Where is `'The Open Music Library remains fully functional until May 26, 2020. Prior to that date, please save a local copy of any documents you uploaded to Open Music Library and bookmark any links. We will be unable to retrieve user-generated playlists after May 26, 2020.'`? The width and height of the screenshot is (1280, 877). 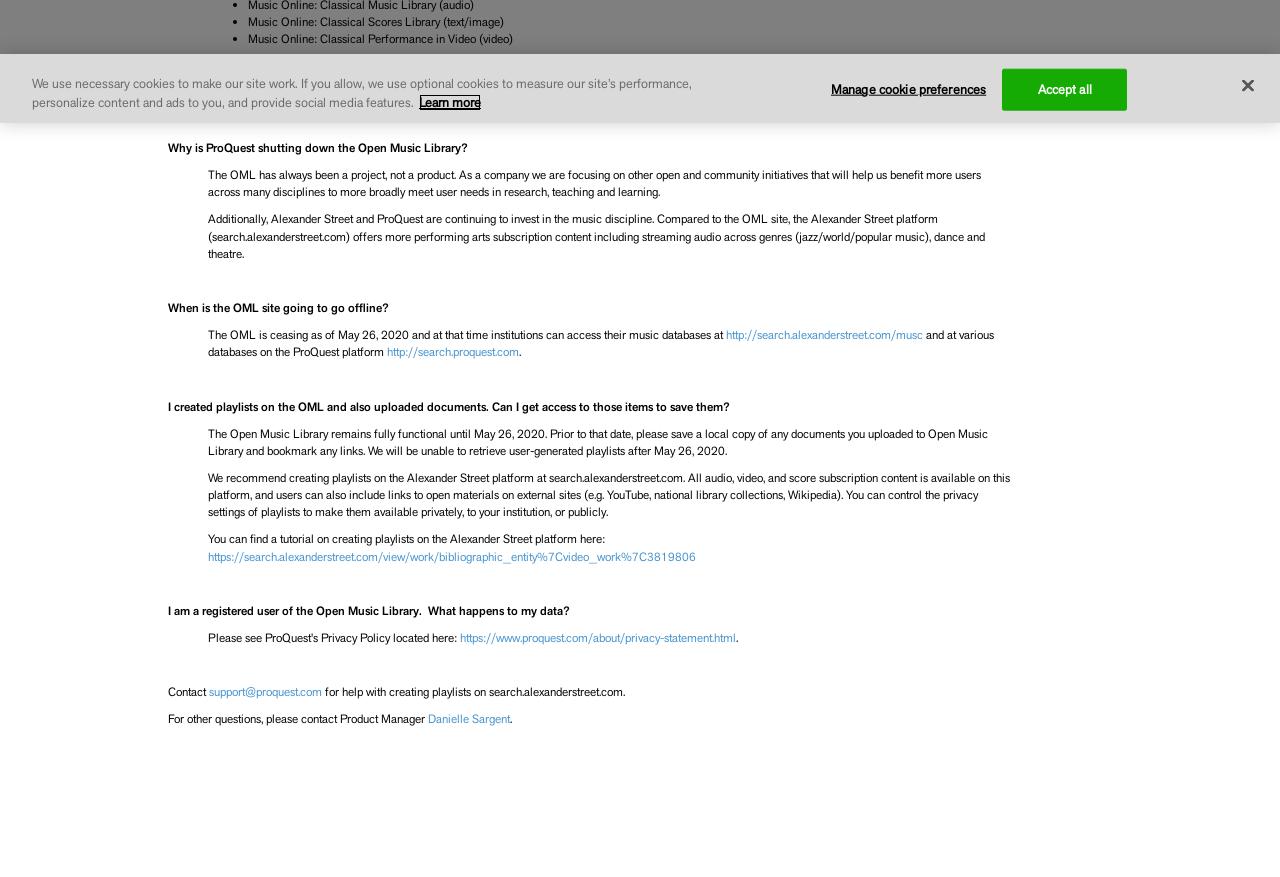 'The Open Music Library remains fully functional until May 26, 2020. Prior to that date, please save a local copy of any documents you uploaded to Open Music Library and bookmark any links. We will be unable to retrieve user-generated playlists after May 26, 2020.' is located at coordinates (595, 441).